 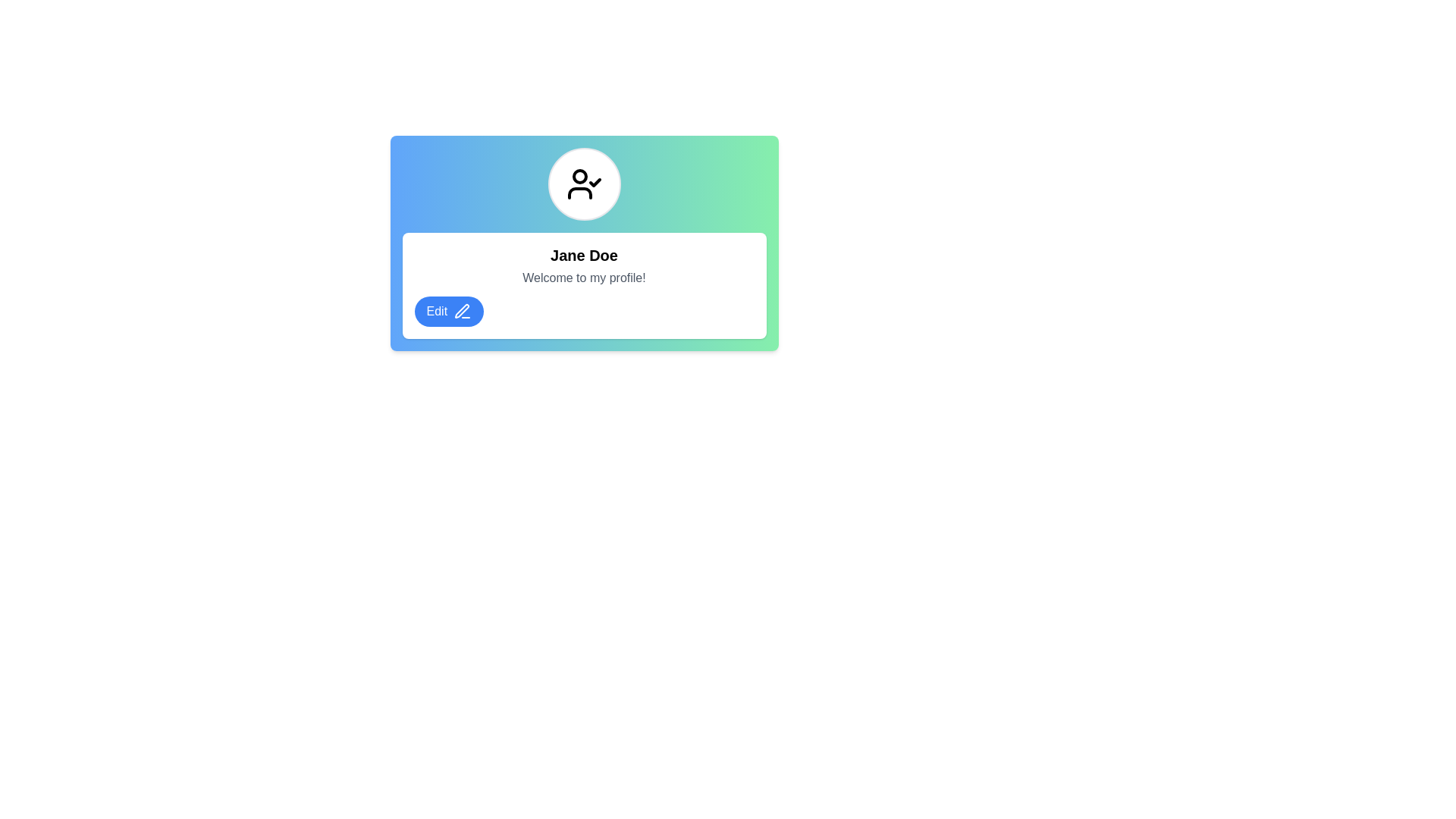 I want to click on the pen icon located within the blue 'Edit' button, so click(x=462, y=311).